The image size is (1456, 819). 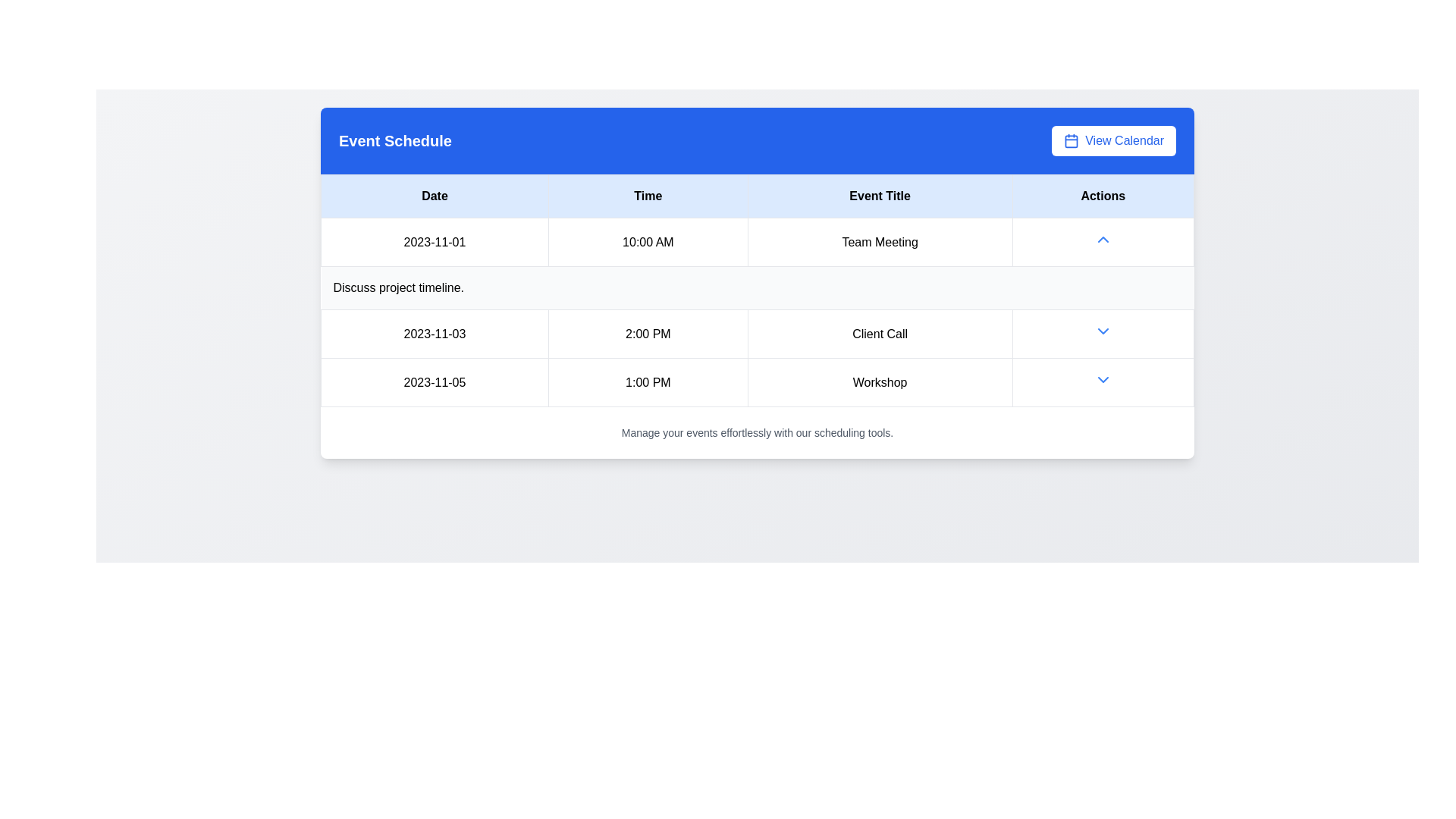 I want to click on the text label displaying '2:00 PM' located under the 'Time' column in the table for the date '2023-11-03', so click(x=648, y=333).